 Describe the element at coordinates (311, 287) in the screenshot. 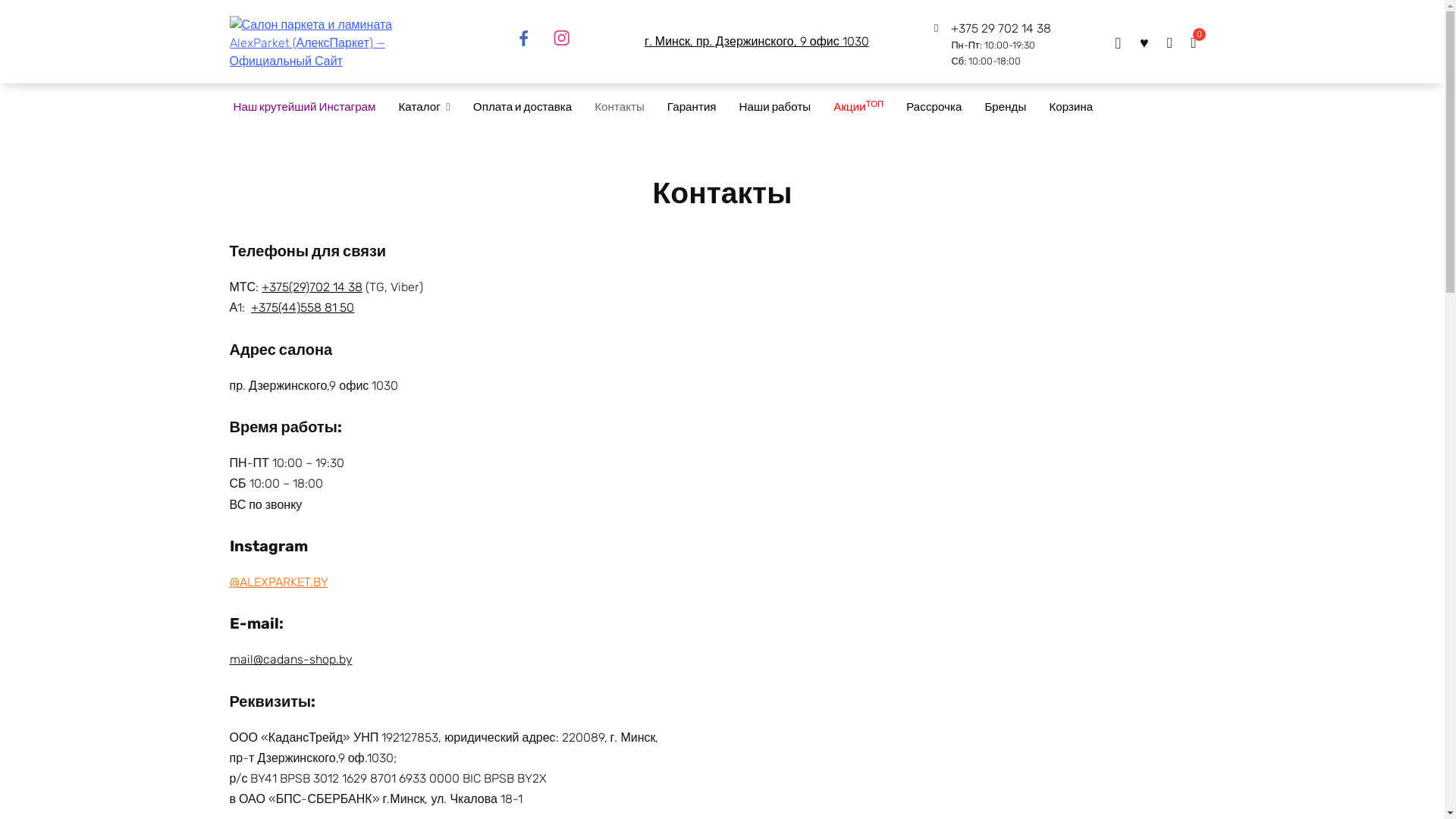

I see `'+375(29)702 14 38'` at that location.